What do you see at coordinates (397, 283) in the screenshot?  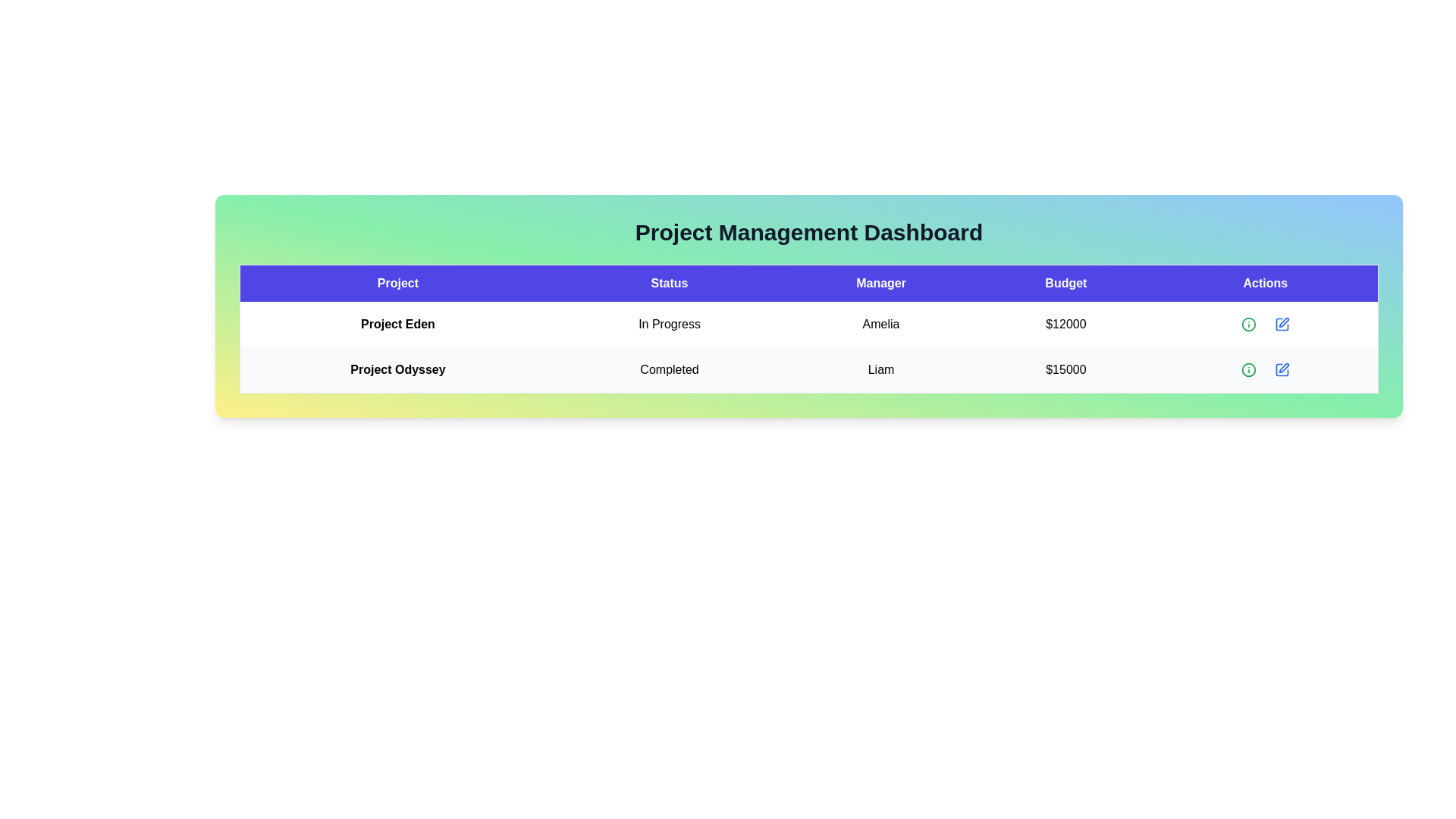 I see `the 'Project' header label in the table, which is the first header element on the far left before the 'Status' header` at bounding box center [397, 283].